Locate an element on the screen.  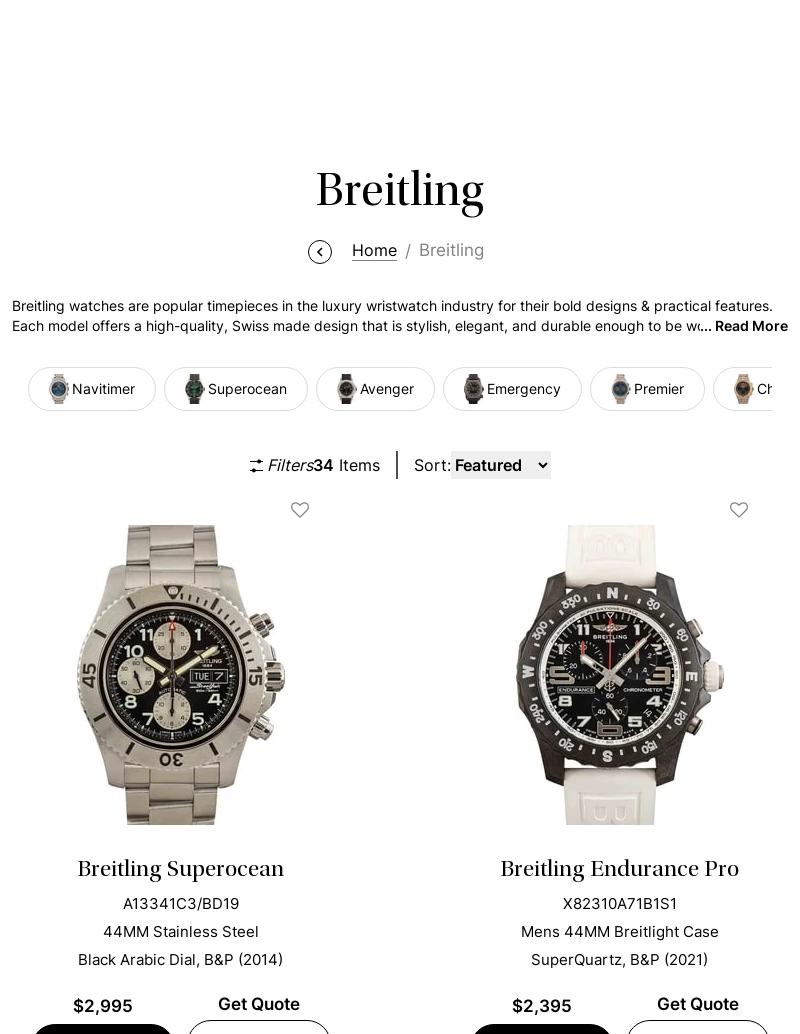
'Yes, Breitling is one of the most recognizable luxury Swiss watch brands. Despite being a major luxury brand, Breitling still manages to produce watches that are more affordable than some of its competitors, like Rolex and Cartier. As such, you can expect pre-owned Breitling watches to be even more affordable. Consider looking through our wide collection of Breitling watches to finally own a luxury timepiece.' is located at coordinates (398, 309).